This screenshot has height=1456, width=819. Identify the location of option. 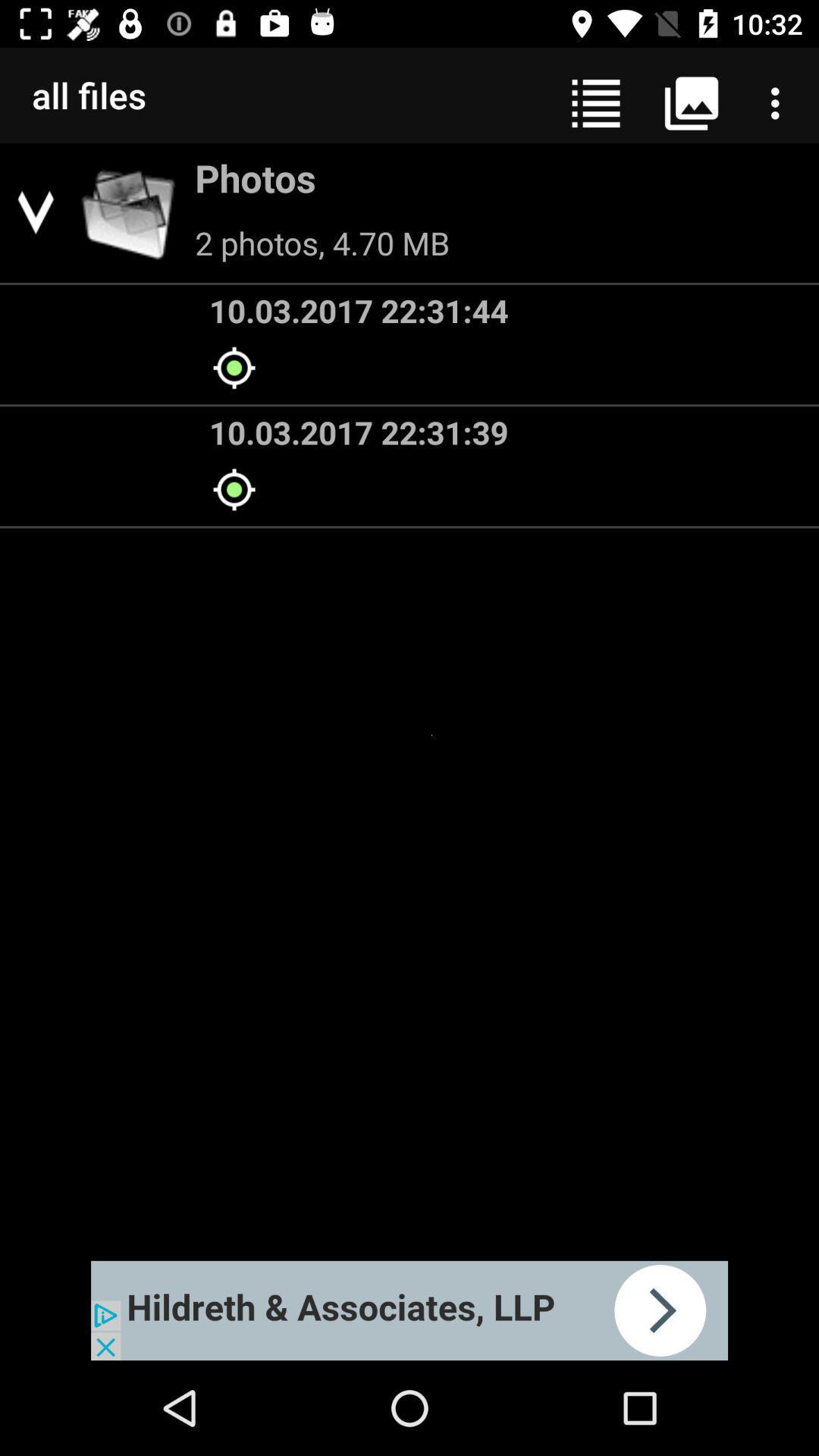
(409, 1310).